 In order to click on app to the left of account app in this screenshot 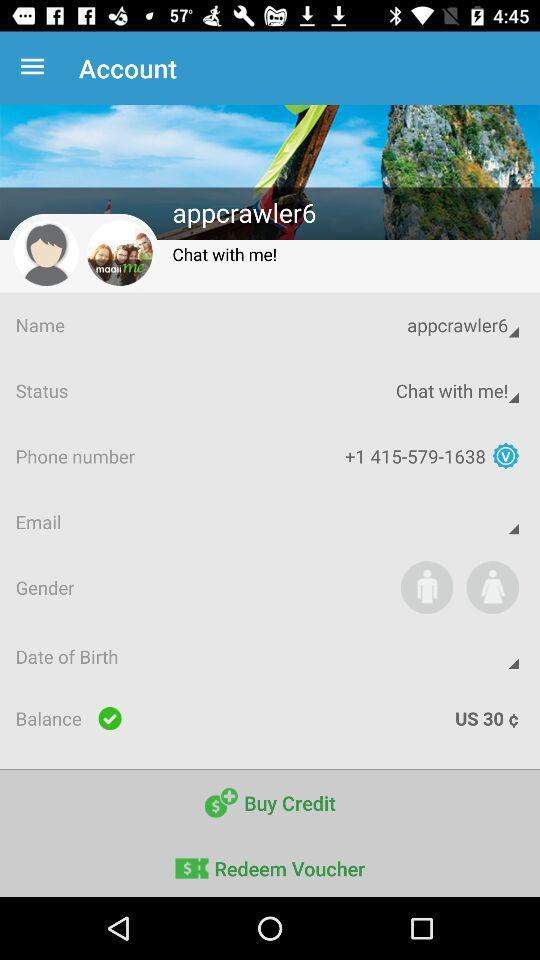, I will do `click(36, 68)`.